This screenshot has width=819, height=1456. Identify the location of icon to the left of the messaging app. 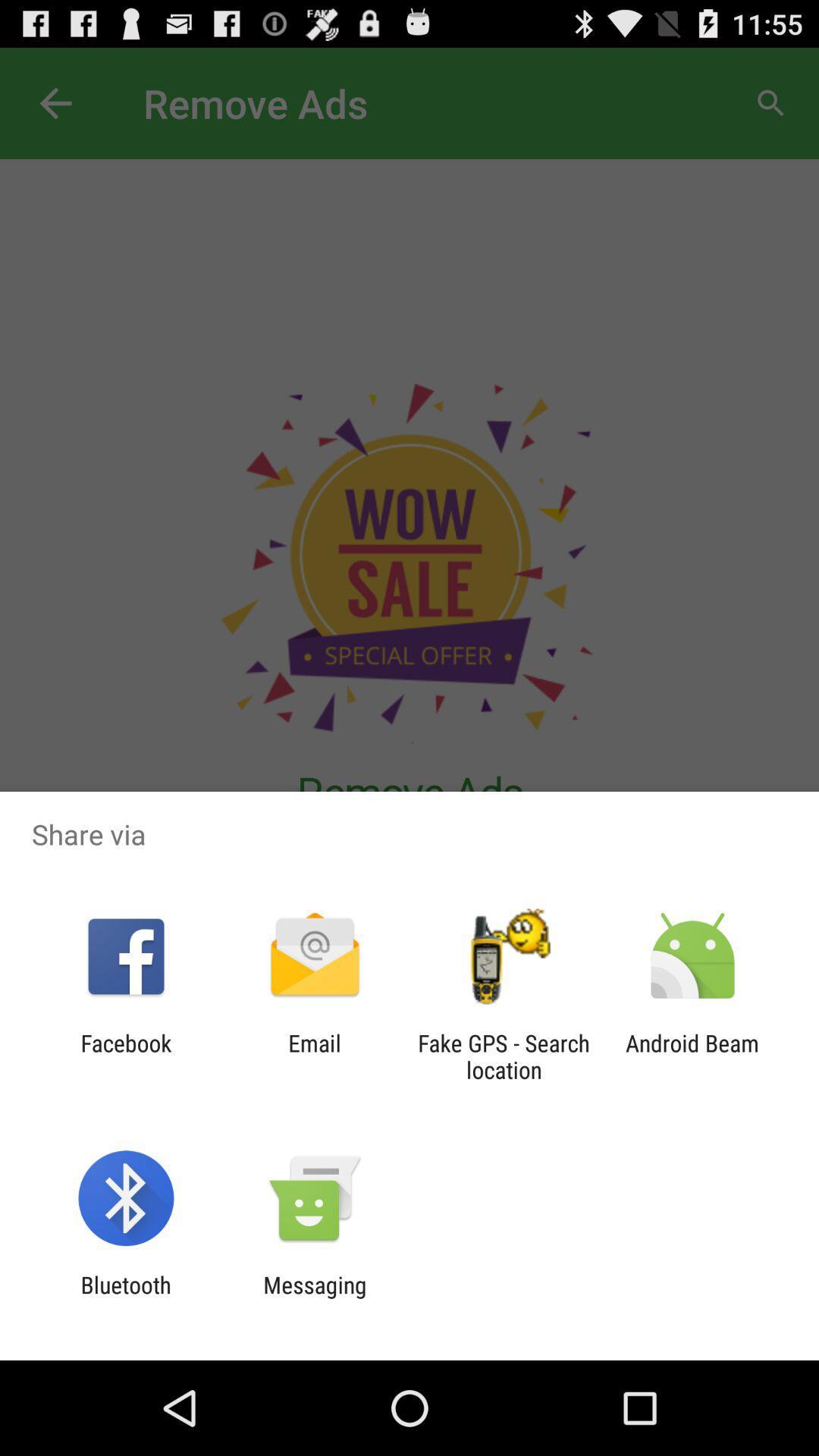
(125, 1298).